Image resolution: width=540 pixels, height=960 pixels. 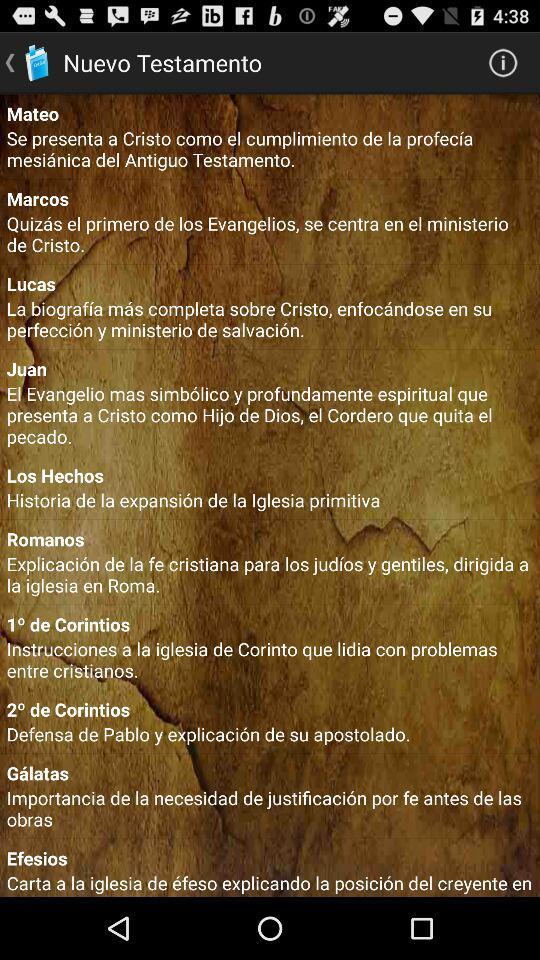 What do you see at coordinates (270, 414) in the screenshot?
I see `item above the los hechos icon` at bounding box center [270, 414].